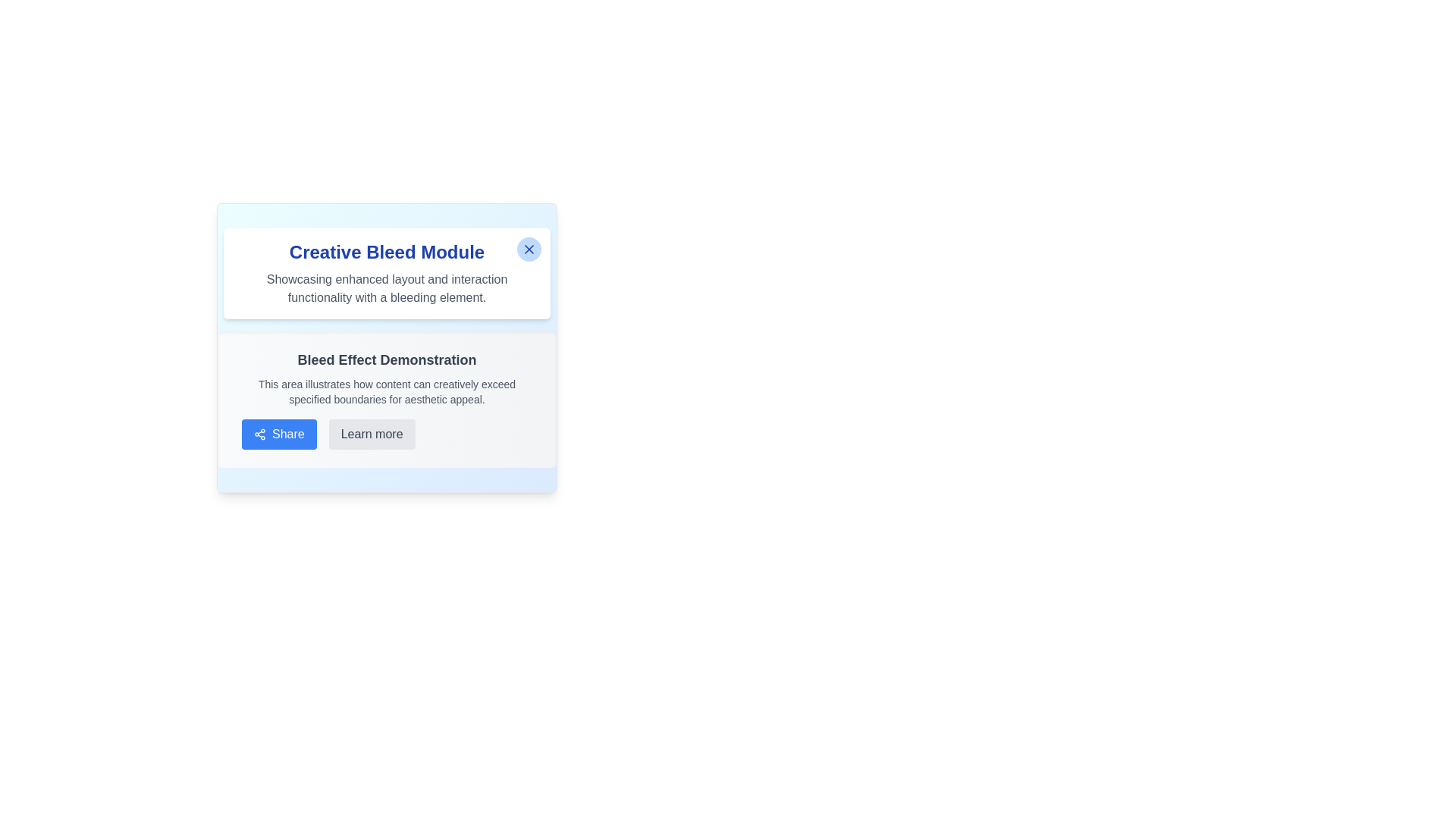 The image size is (1456, 819). Describe the element at coordinates (387, 391) in the screenshot. I see `the Text Block element that is styled with a small font in gray color, positioned beneath the 'Bleed Effect Demonstration' header and above the 'Share' and 'Learn more' buttons` at that location.